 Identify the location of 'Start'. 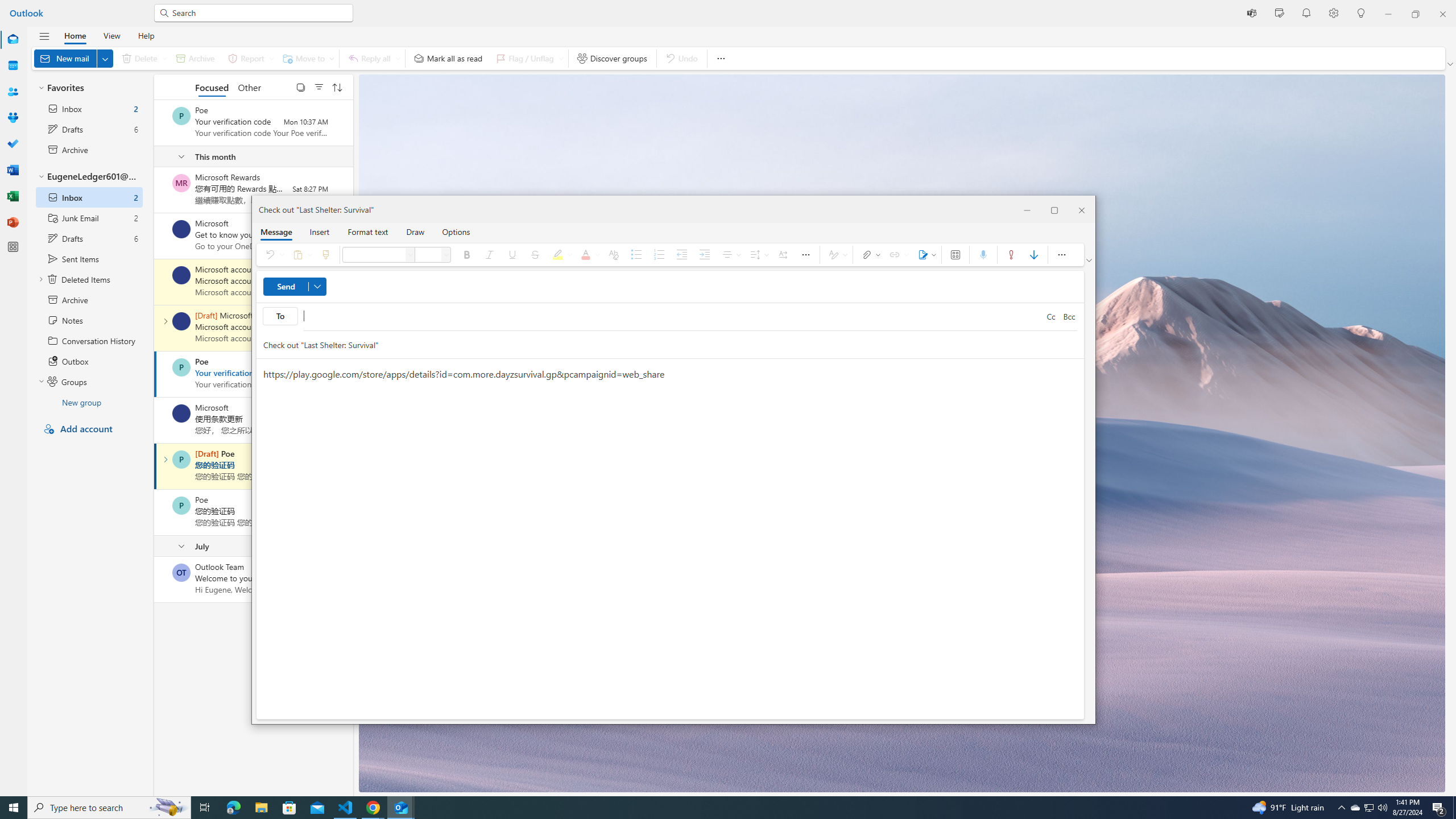
(14, 806).